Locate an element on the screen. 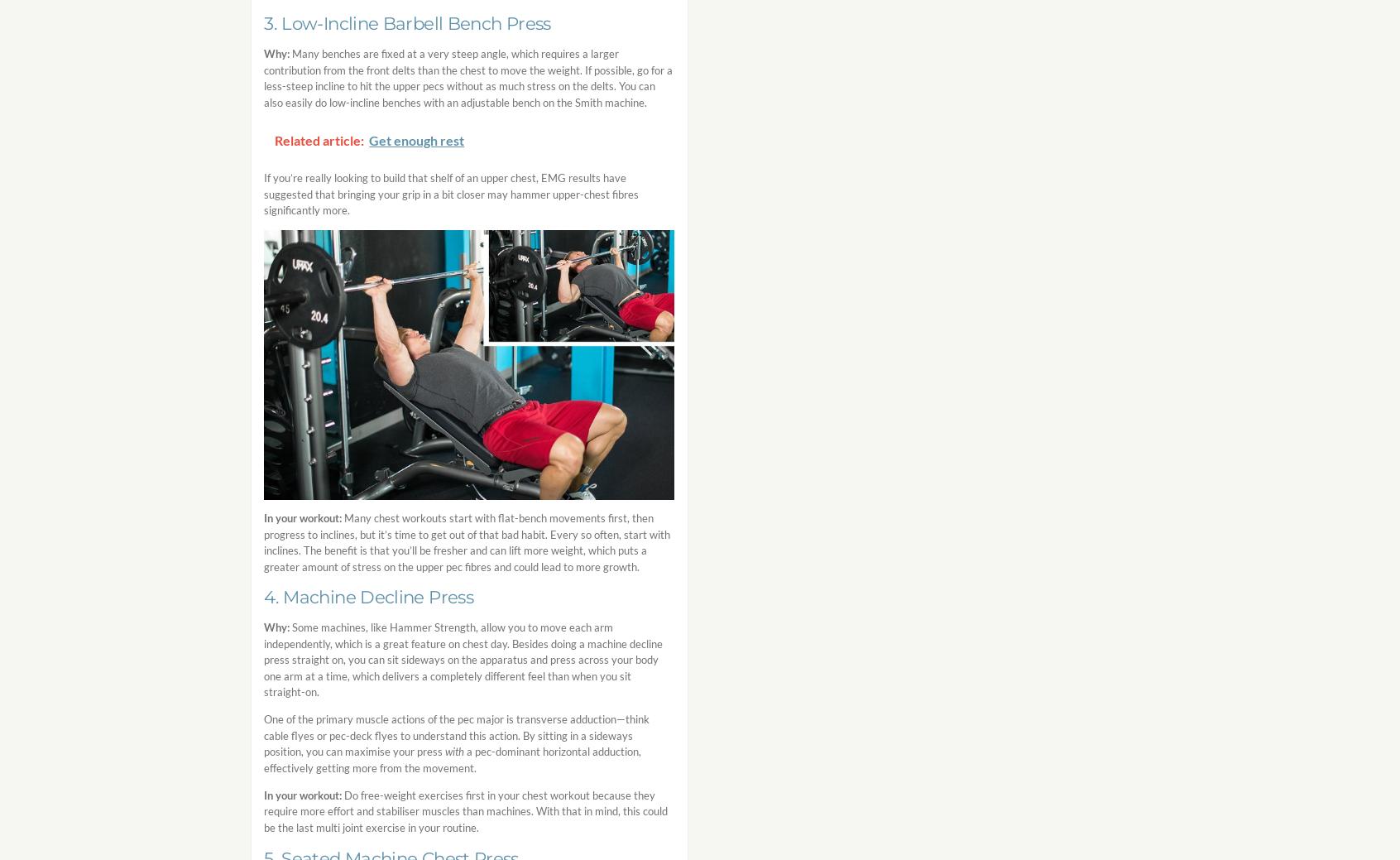 The height and width of the screenshot is (860, 1400). 'Some machines, like Hammer Strength, allow you to move each arm independently, which is a great feature on chest day. Besides doing a machine decline press straight on, you can sit sideways on the apparatus and press across your body one arm at a time, which delivers a completely different feel than when you sit straight-on.' is located at coordinates (463, 659).